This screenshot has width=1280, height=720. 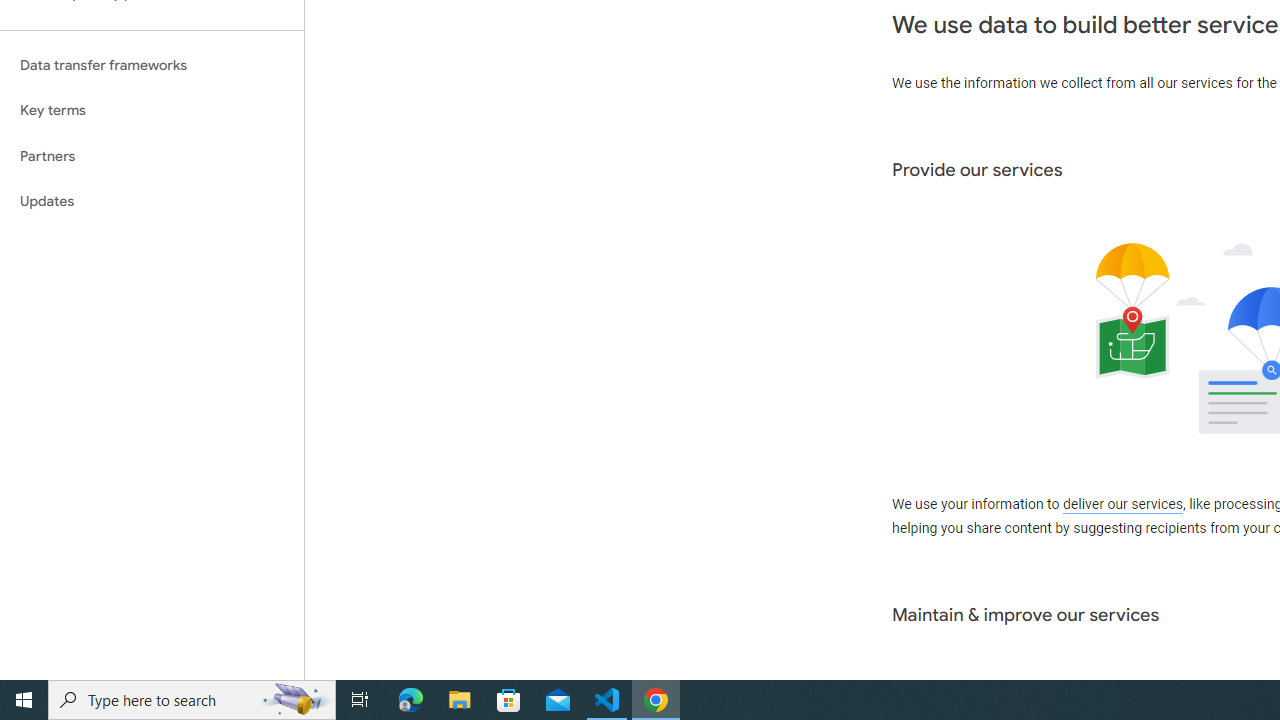 I want to click on 'Updates', so click(x=151, y=201).